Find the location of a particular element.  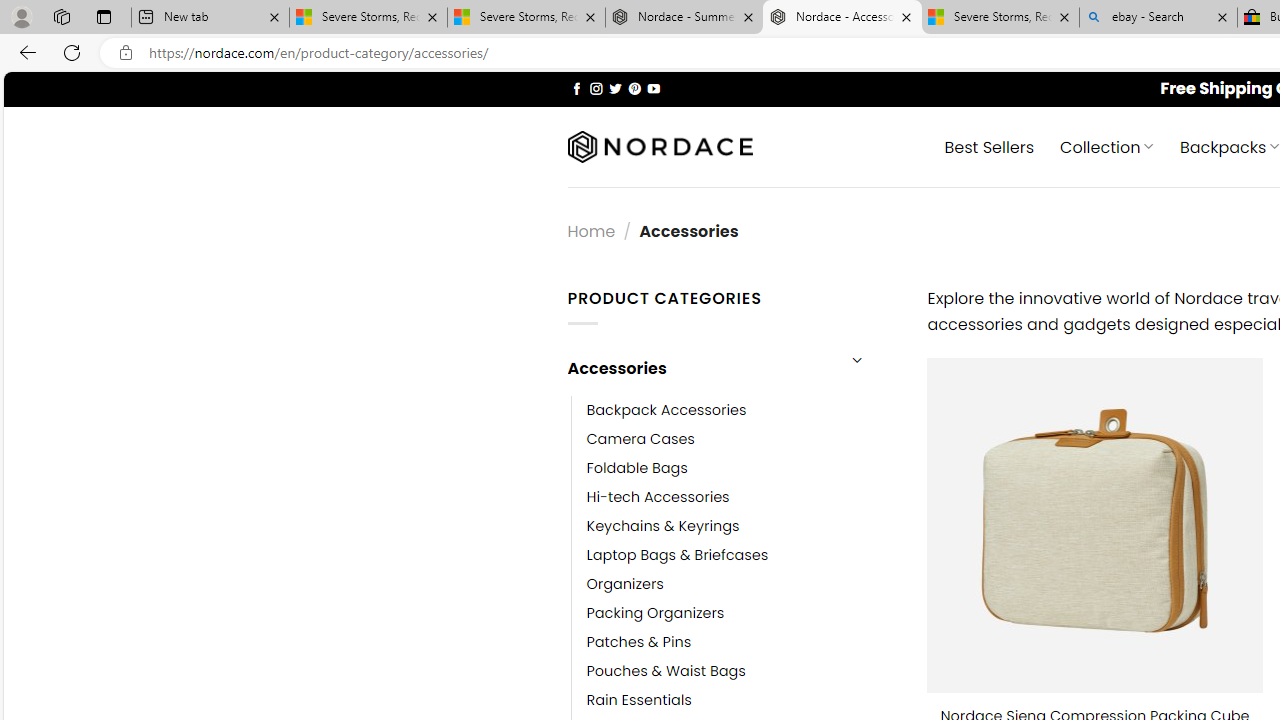

'ebay - Search' is located at coordinates (1158, 17).